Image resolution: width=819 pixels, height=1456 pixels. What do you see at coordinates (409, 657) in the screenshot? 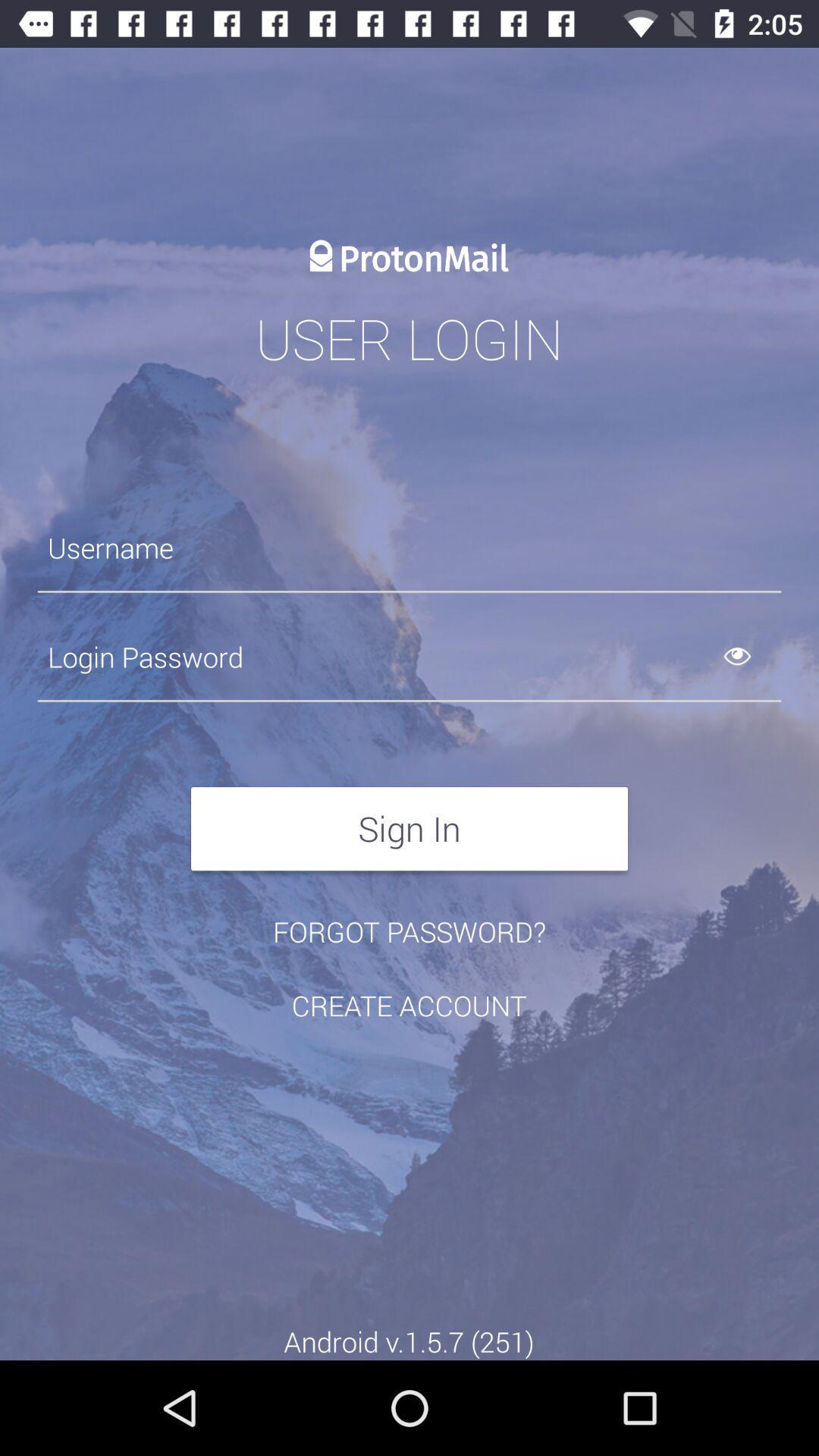
I see `password field` at bounding box center [409, 657].